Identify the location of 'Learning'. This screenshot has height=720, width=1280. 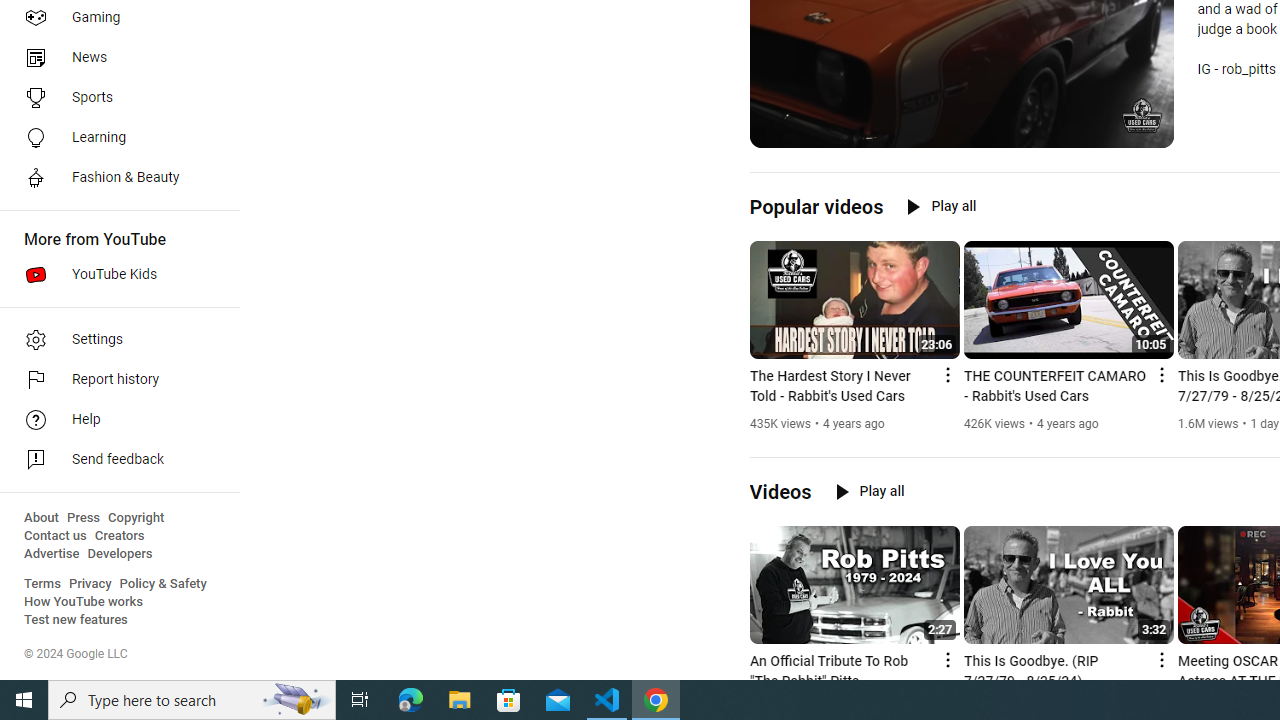
(112, 136).